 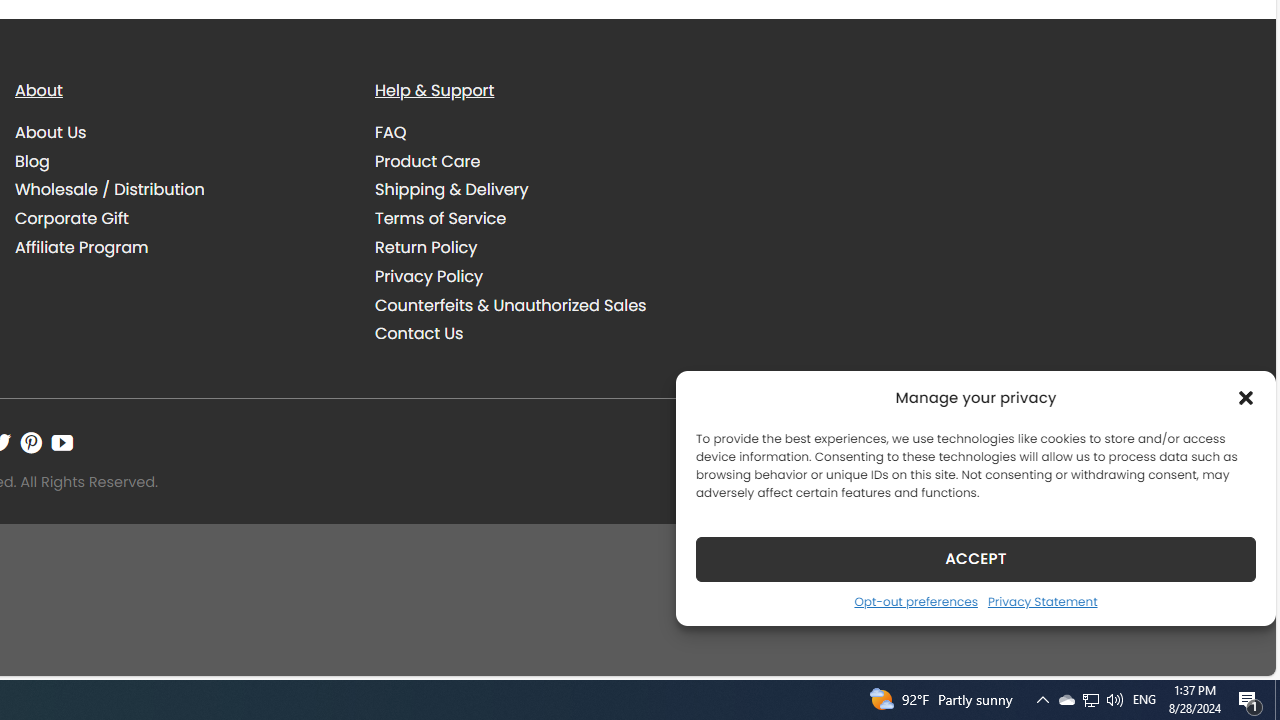 What do you see at coordinates (976, 558) in the screenshot?
I see `'ACCEPT'` at bounding box center [976, 558].